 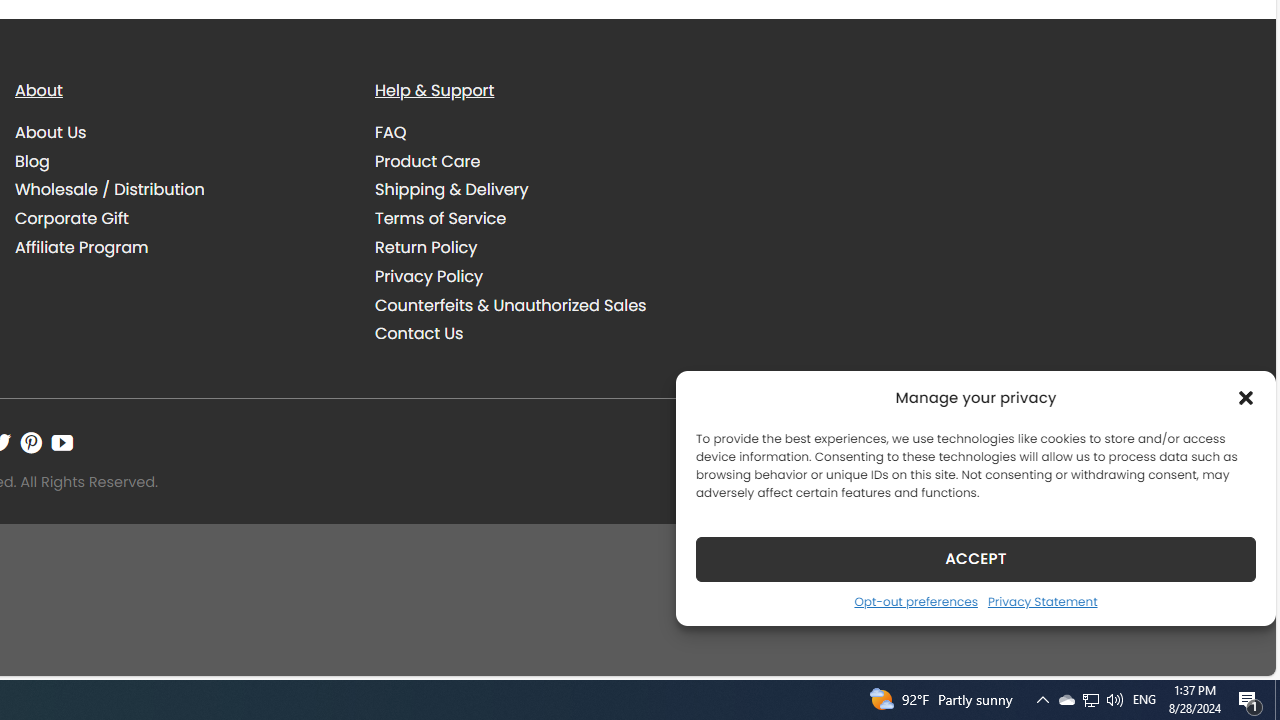 What do you see at coordinates (976, 558) in the screenshot?
I see `'ACCEPT'` at bounding box center [976, 558].